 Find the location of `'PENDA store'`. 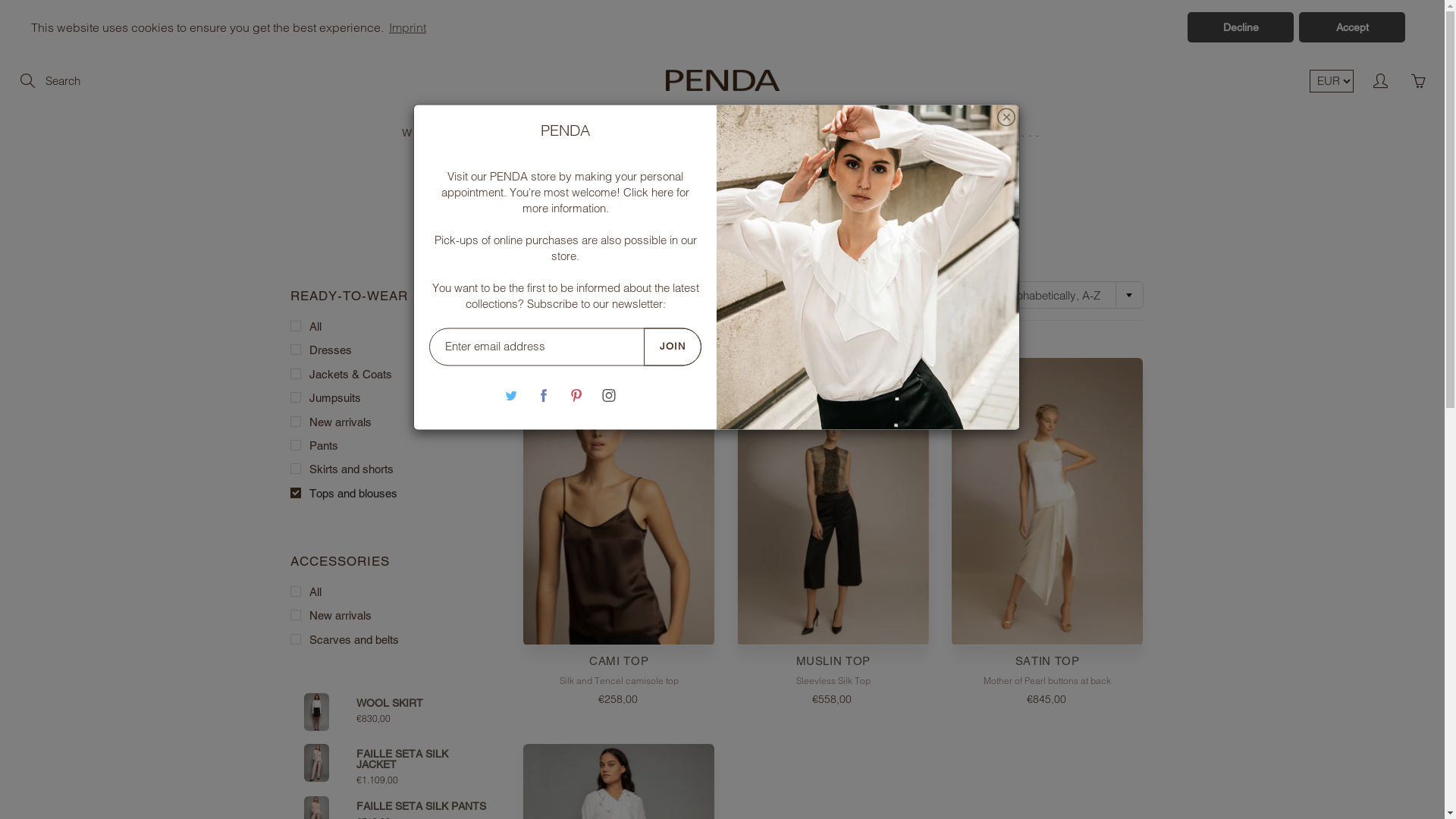

'PENDA store' is located at coordinates (522, 175).